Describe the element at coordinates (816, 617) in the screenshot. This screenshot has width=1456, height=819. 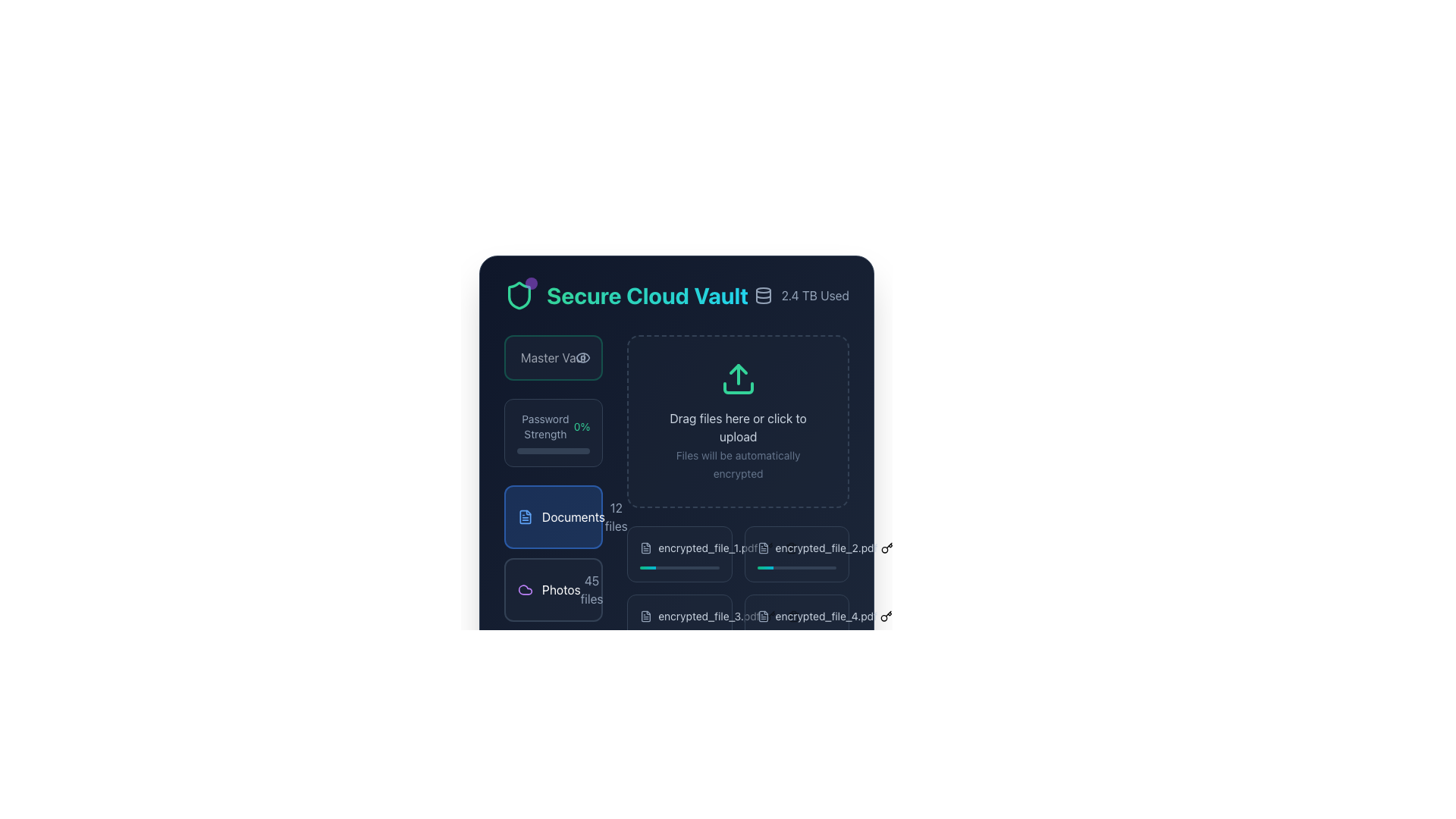
I see `to select or interact with the text label displaying 'encrypted_file_4.pdf', which is the fourth item in the 'Documents' section, located towards the bottom right and aligned horizontally with other file entries` at that location.